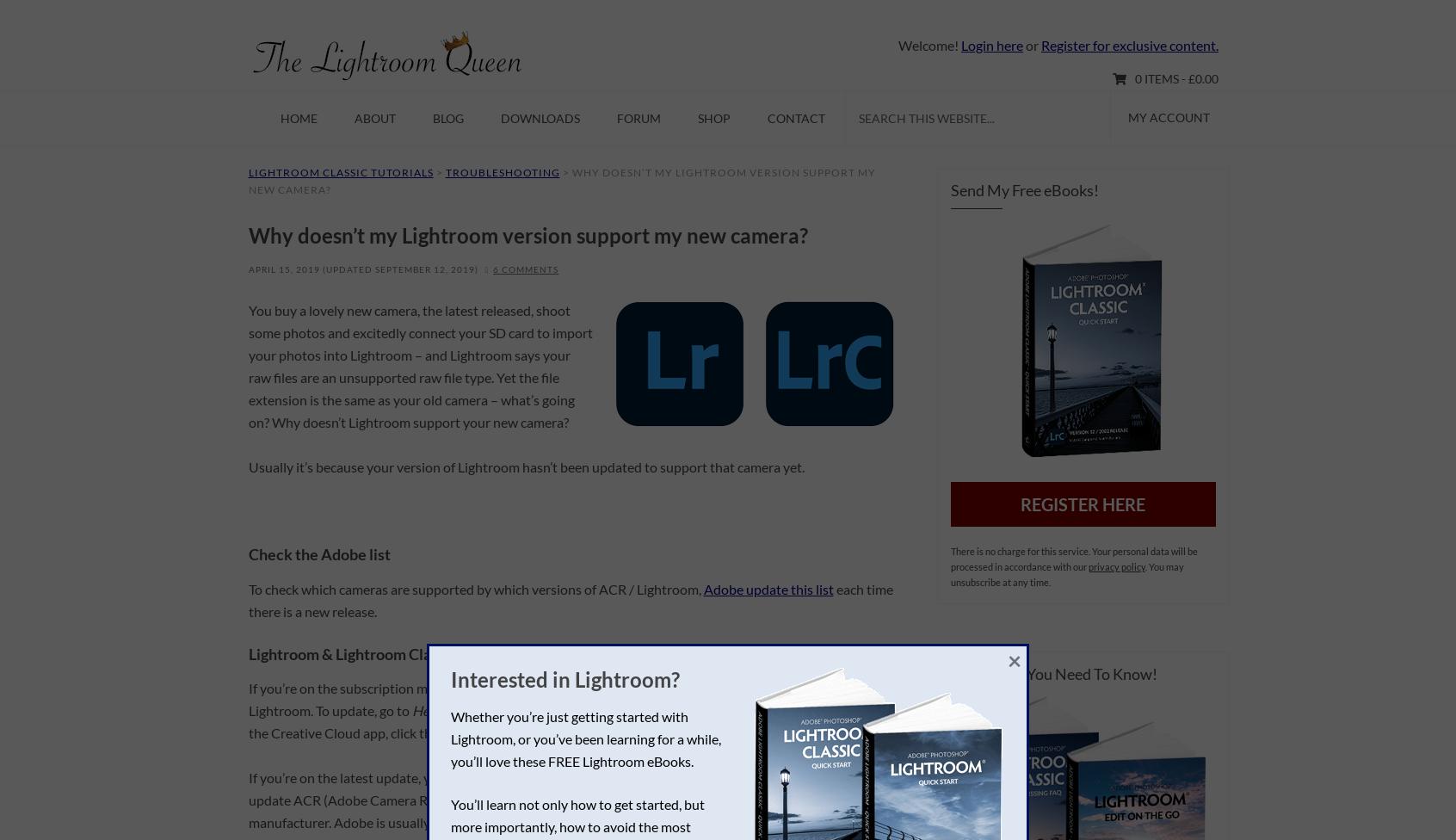 The width and height of the screenshot is (1456, 840). I want to click on 'Contact', so click(796, 117).